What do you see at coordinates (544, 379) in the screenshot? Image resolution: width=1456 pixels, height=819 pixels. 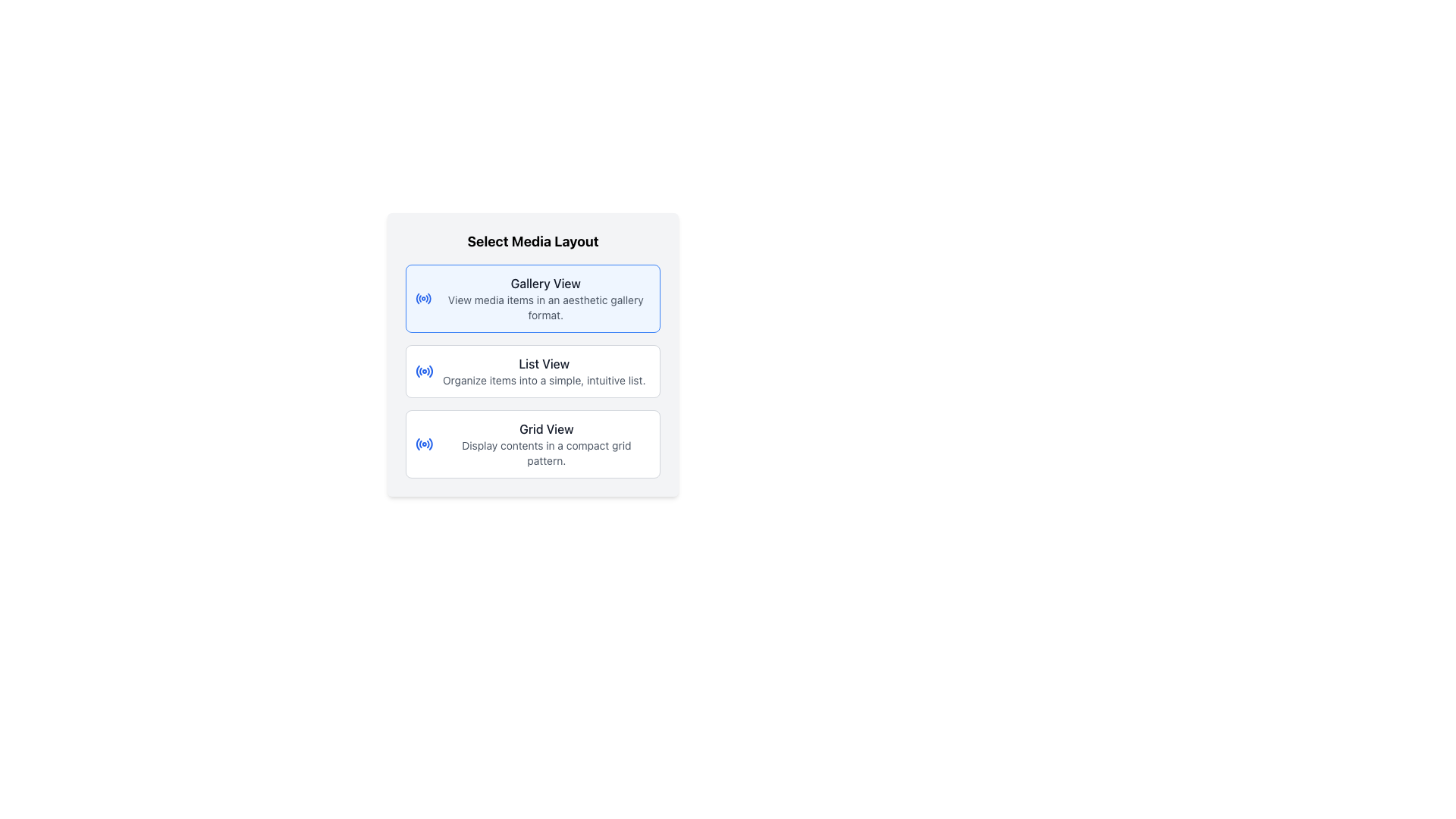 I see `auxiliary text description stating 'Organize items into a simple, intuitive list.' located below the 'List View' title in a small, gray font` at bounding box center [544, 379].